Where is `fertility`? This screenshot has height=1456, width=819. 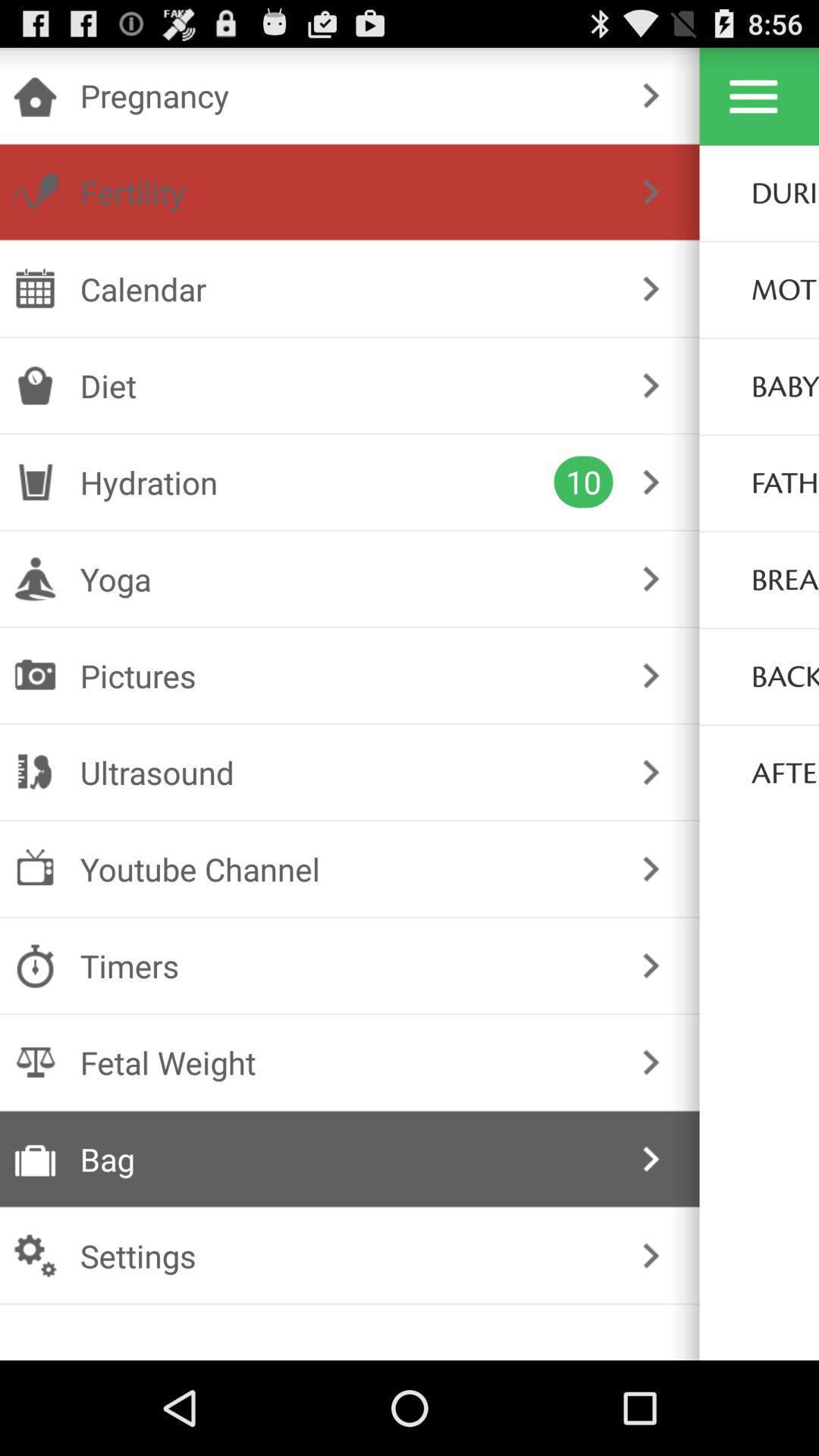
fertility is located at coordinates (347, 191).